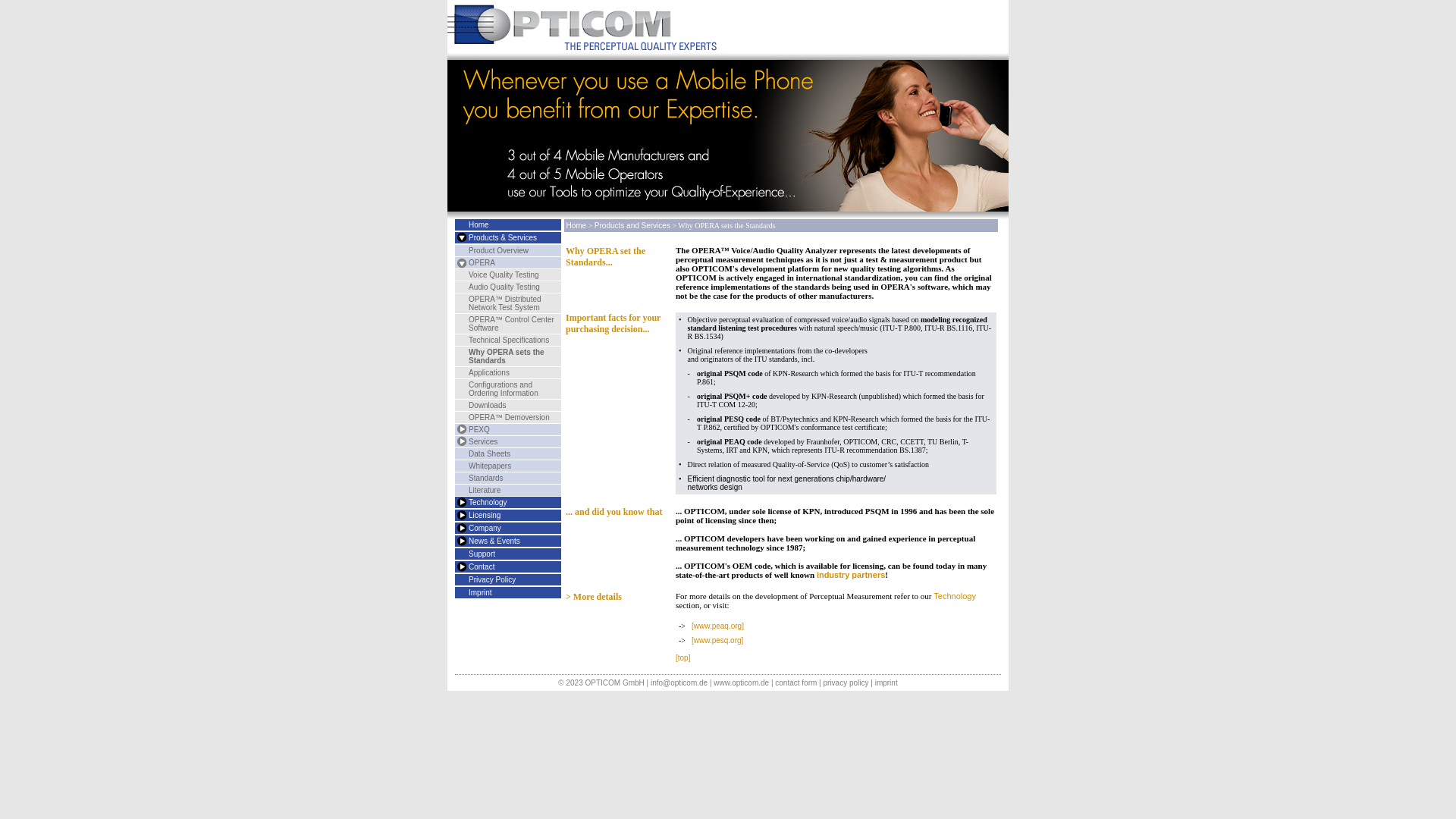 This screenshot has height=819, width=1456. Describe the element at coordinates (468, 404) in the screenshot. I see `'Downloads'` at that location.